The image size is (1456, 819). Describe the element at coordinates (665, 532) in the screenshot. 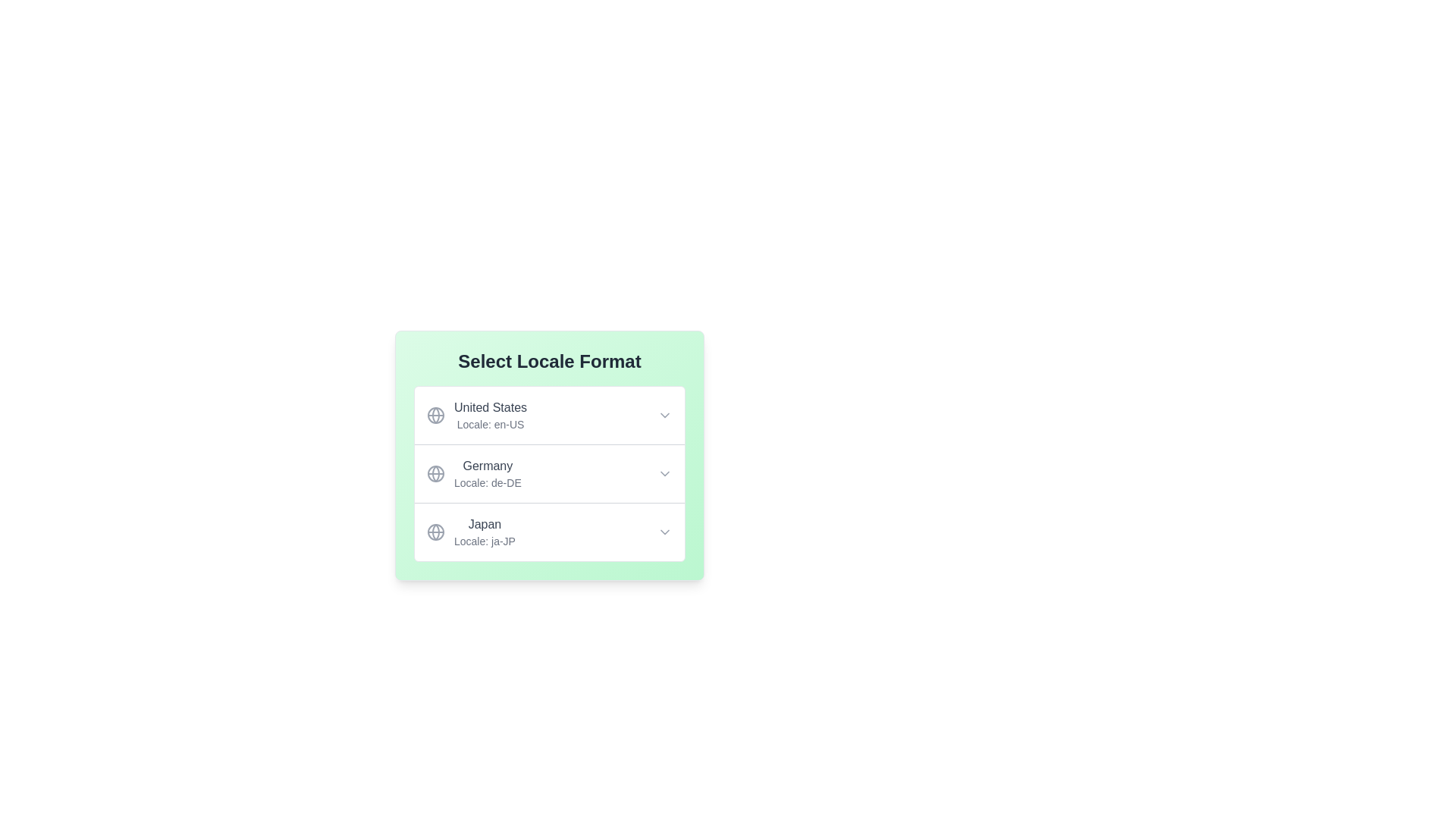

I see `the downward chevron icon at the far right of the 'Japan' locale selector` at that location.